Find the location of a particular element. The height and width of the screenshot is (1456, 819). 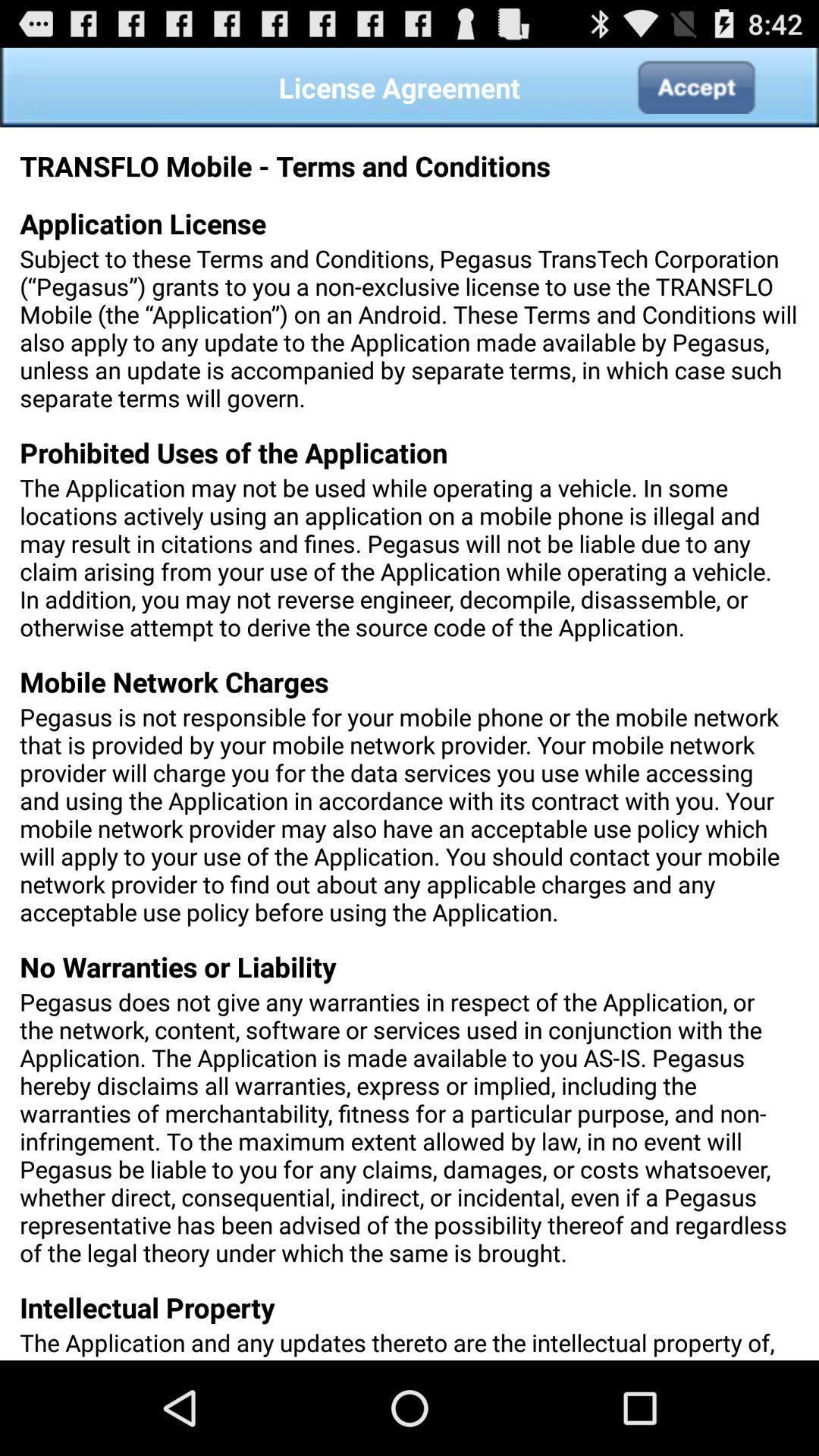

the date_range icon is located at coordinates (695, 93).